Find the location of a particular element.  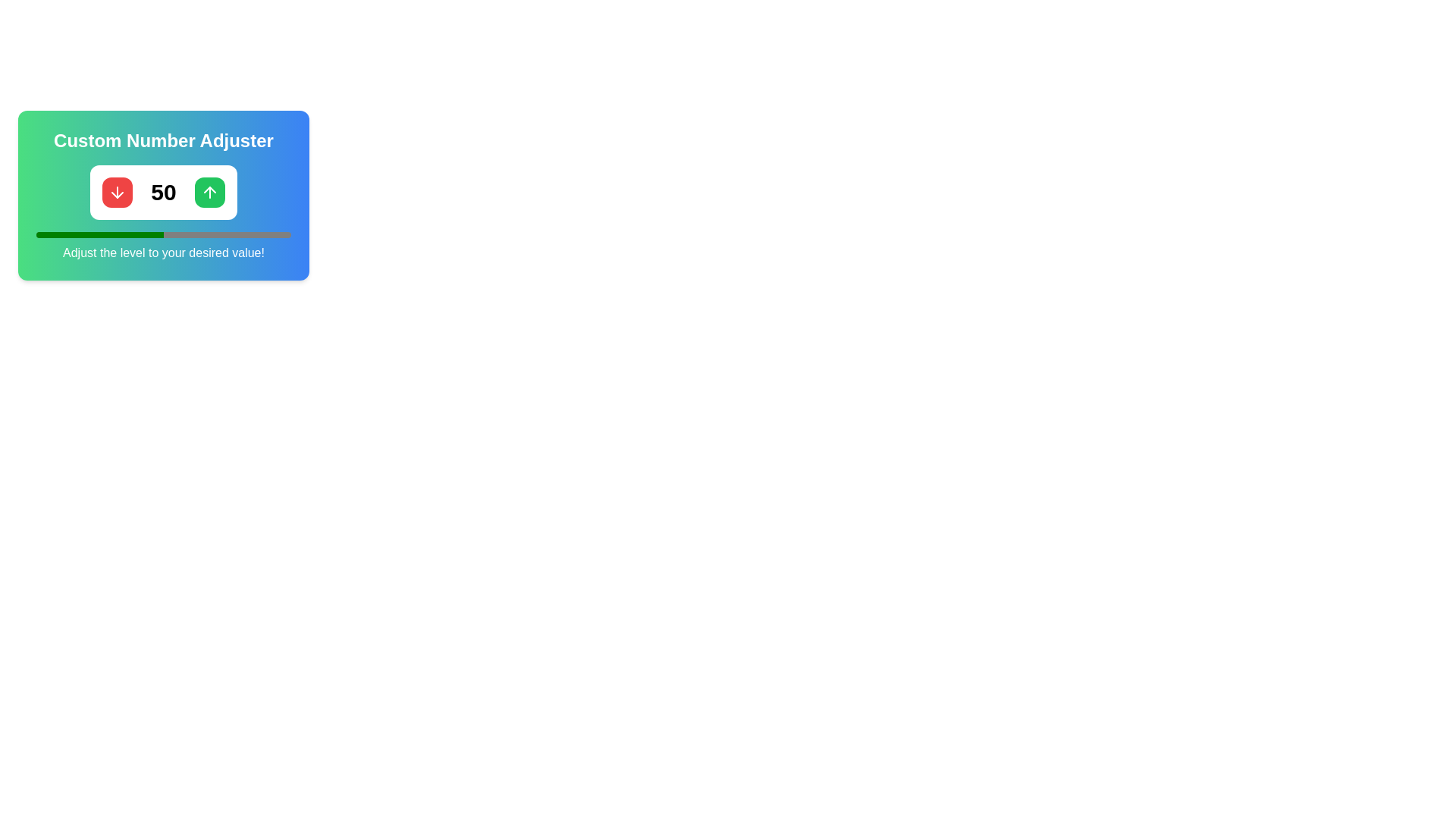

text displayed in bold, large, white font that states 'Custom Number Adjuster' located at the top of the layout is located at coordinates (164, 140).